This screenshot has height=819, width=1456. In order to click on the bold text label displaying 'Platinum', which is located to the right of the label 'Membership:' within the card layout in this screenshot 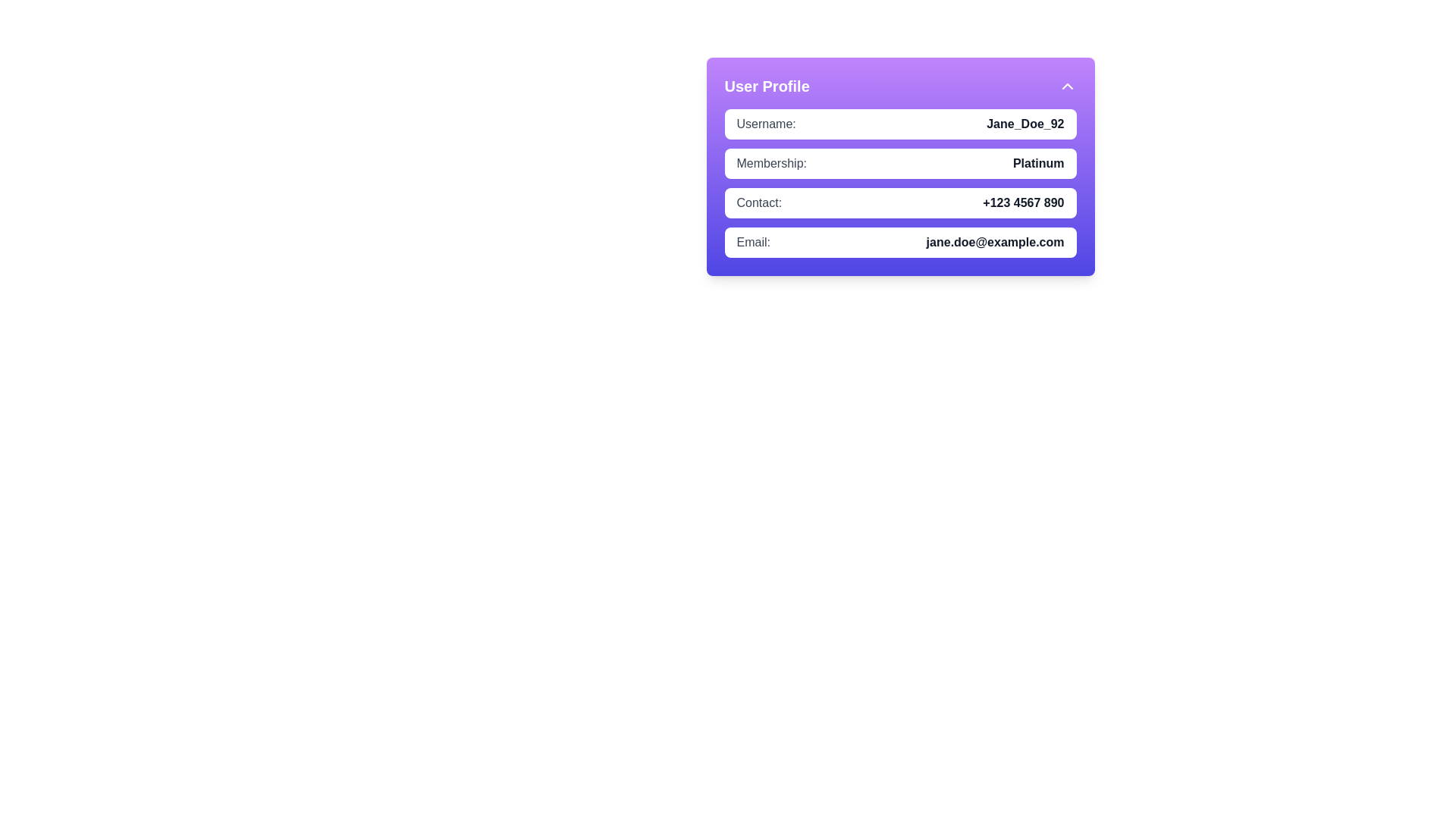, I will do `click(1037, 164)`.